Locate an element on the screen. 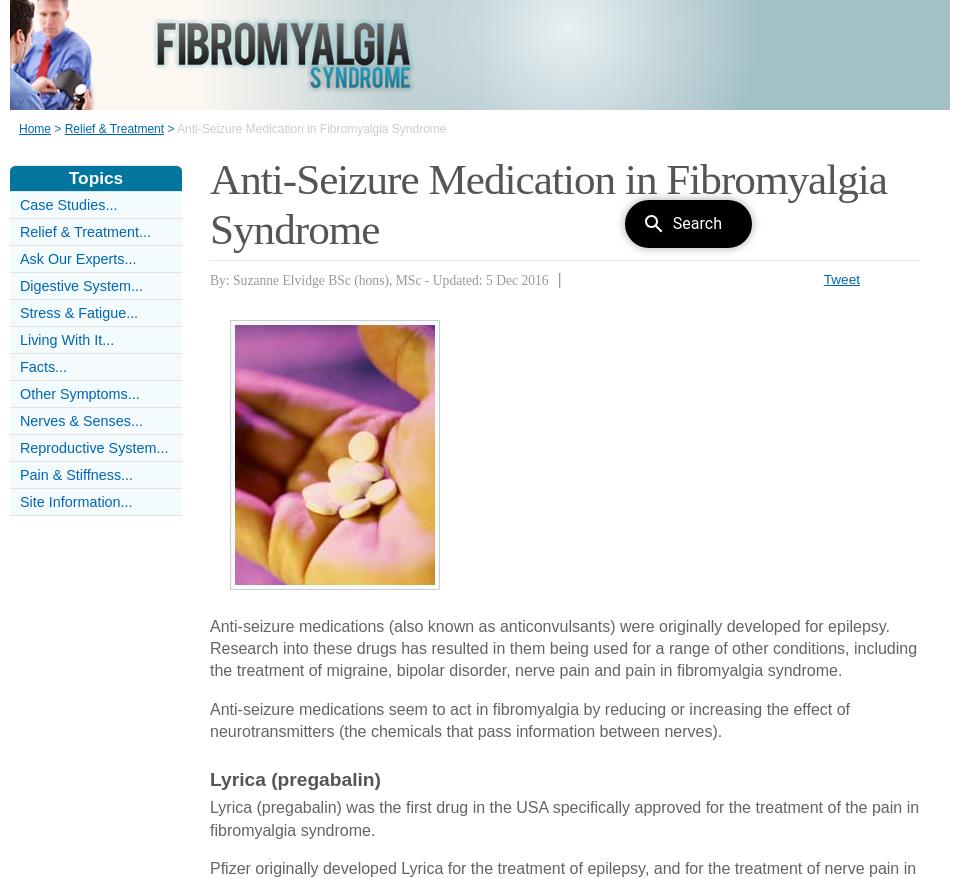 This screenshot has width=960, height=879. 'Anti-seizure medications seem to act in fibromyalgia by reducing or increasing the effect of neurotransmitters (the chemicals that pass information between nerves).' is located at coordinates (529, 719).